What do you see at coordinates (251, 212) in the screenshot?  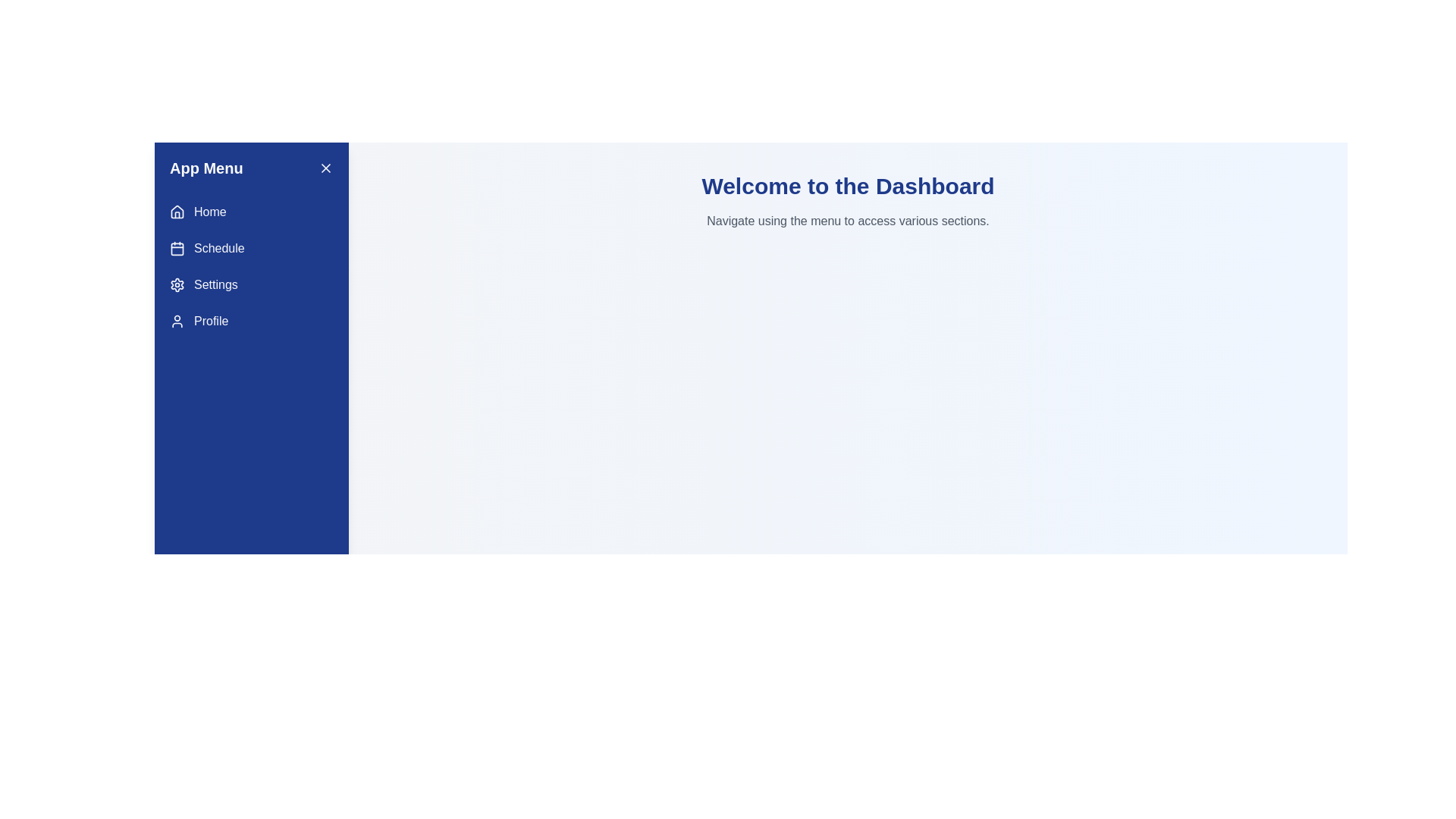 I see `the menu item Home to navigate to the corresponding section` at bounding box center [251, 212].